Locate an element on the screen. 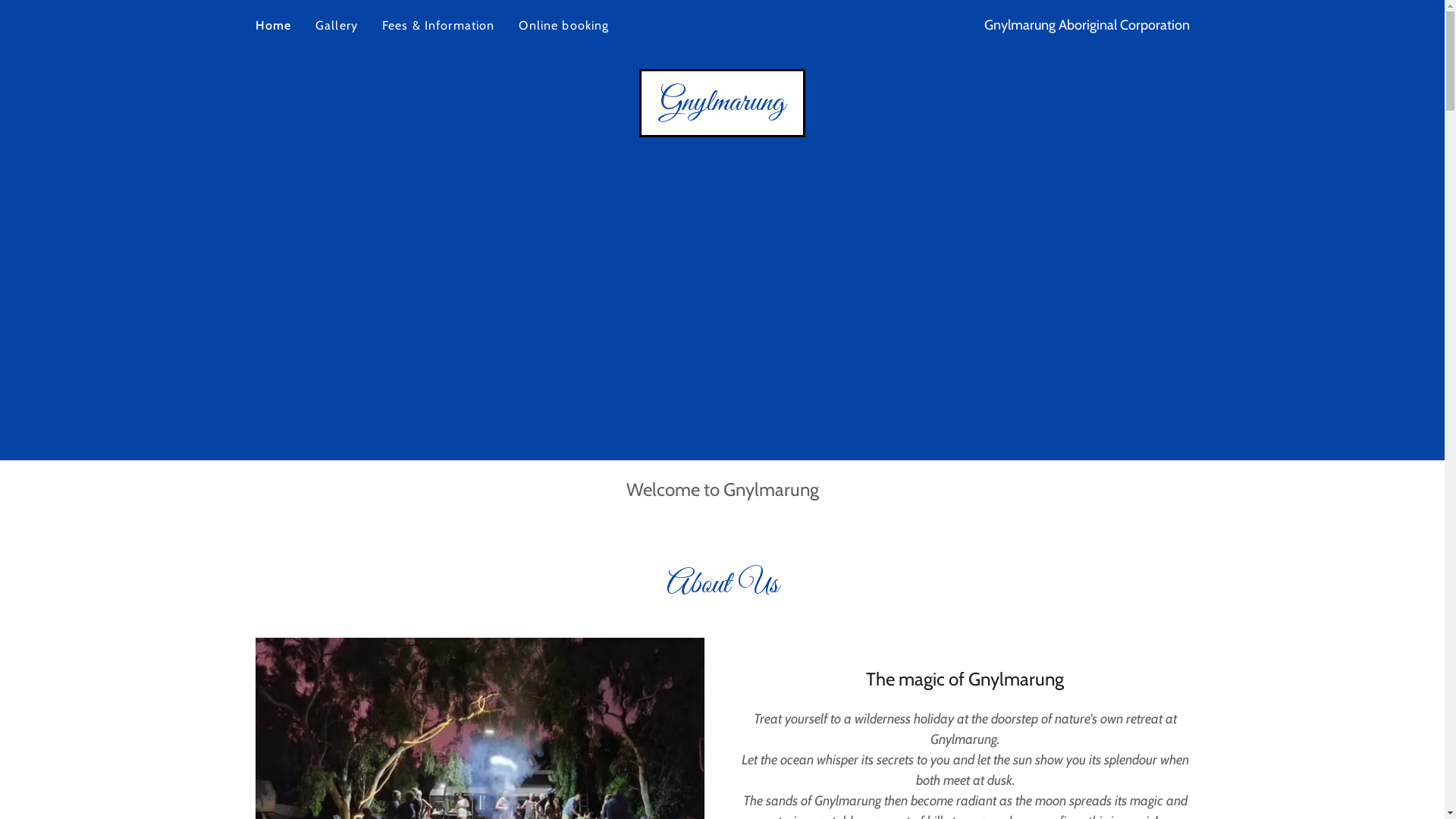 Image resolution: width=1456 pixels, height=819 pixels. 'Fees & Information' is located at coordinates (437, 26).